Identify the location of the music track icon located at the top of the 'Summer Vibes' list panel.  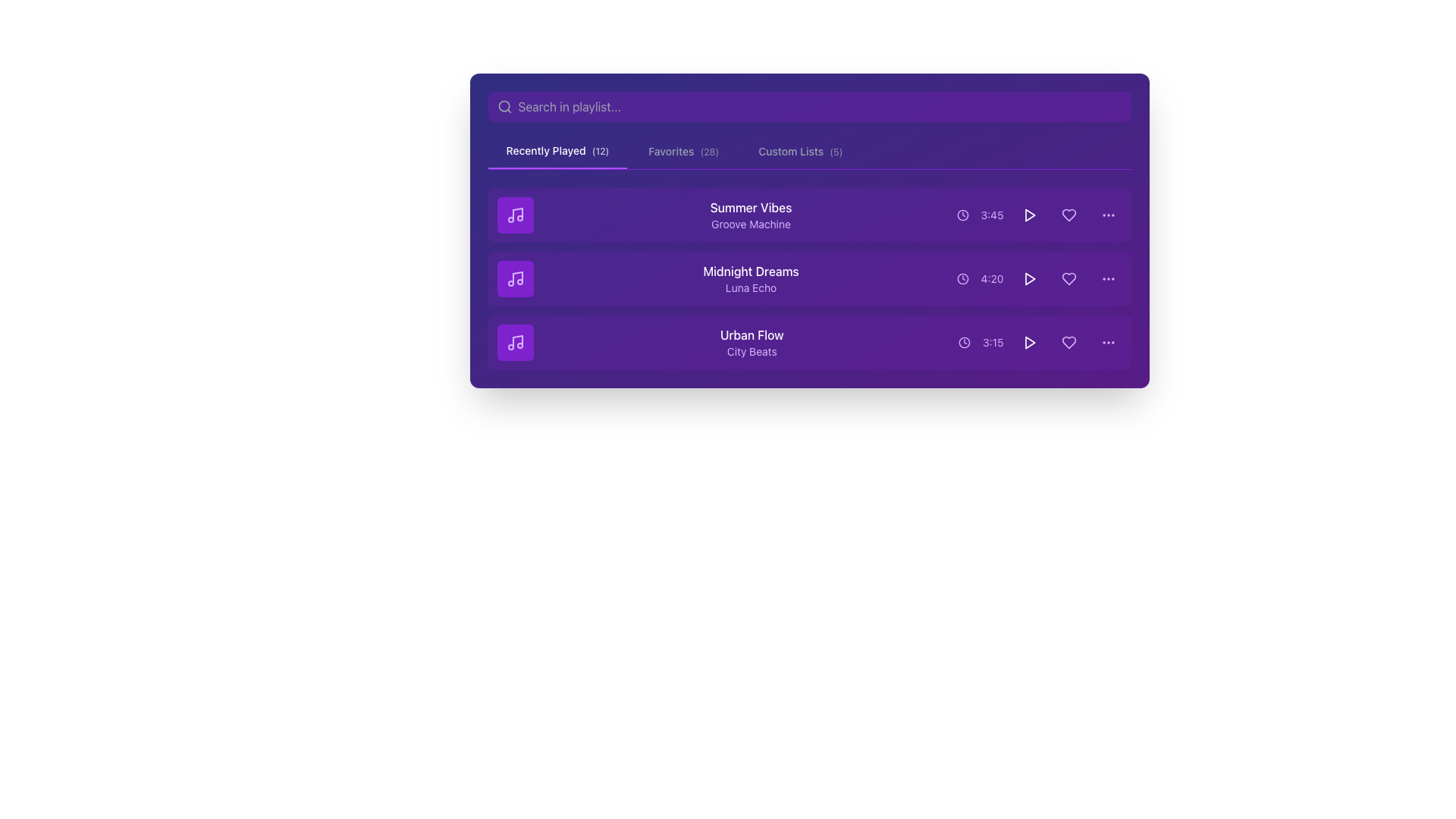
(515, 215).